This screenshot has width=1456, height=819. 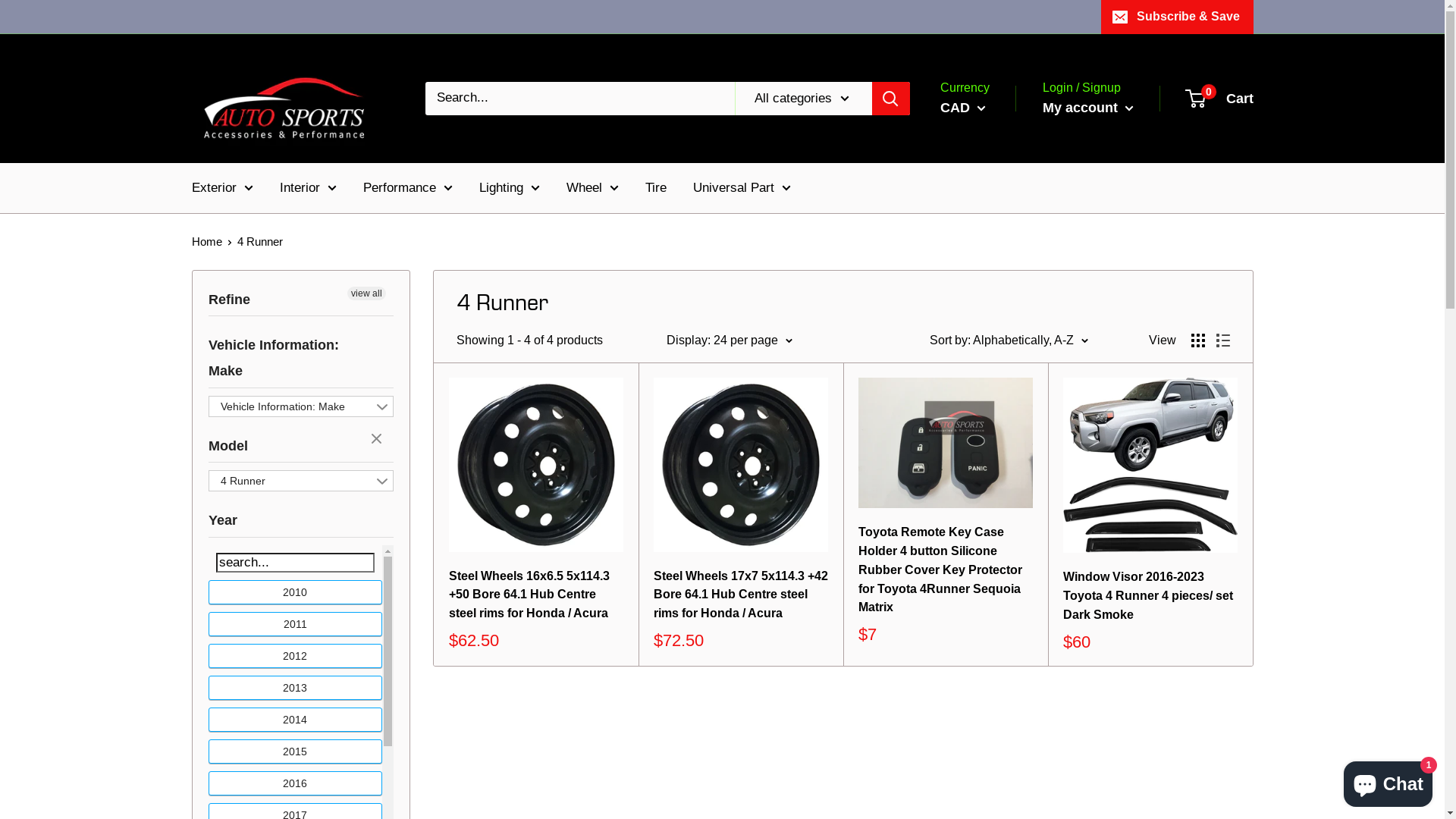 I want to click on '2016', so click(x=208, y=783).